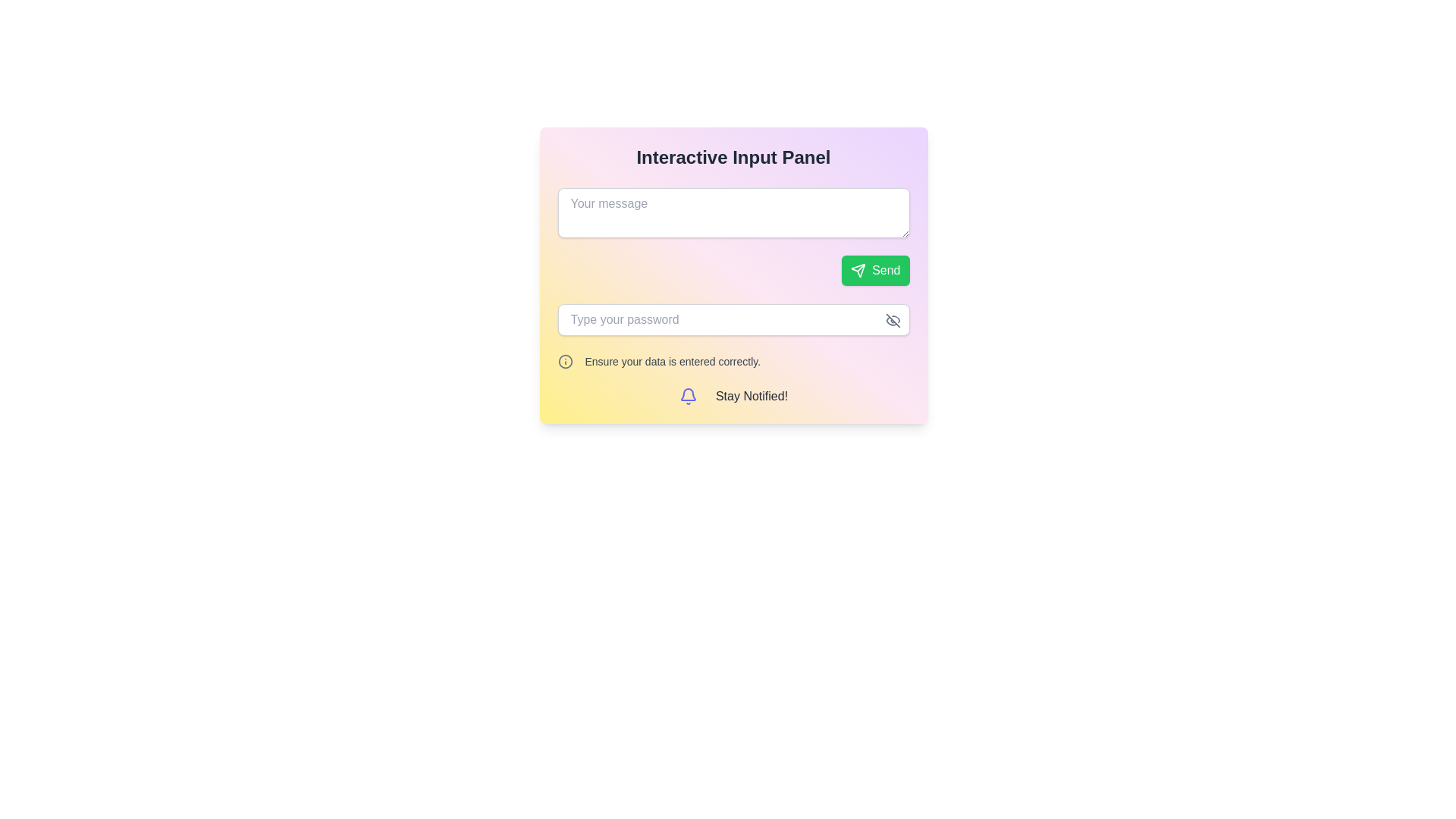 Image resolution: width=1456 pixels, height=819 pixels. I want to click on the 'Stay Notified!' label, which features a bold, dark gray font and an indigo bell icon, located at the bottom of the 'Interactive Input Panel', so click(733, 396).